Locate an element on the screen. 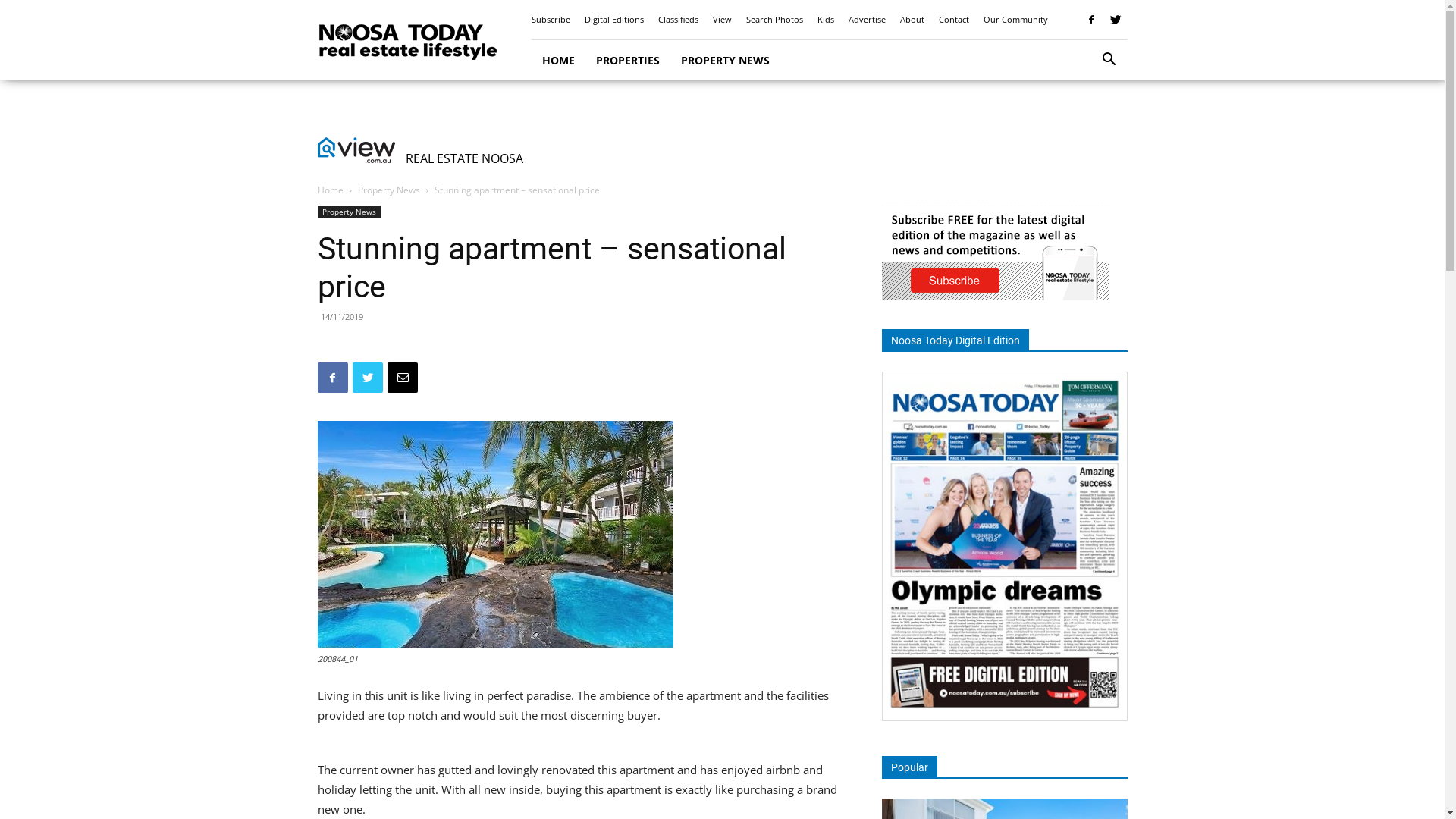 The height and width of the screenshot is (819, 1456). 'Our Community' is located at coordinates (1015, 19).